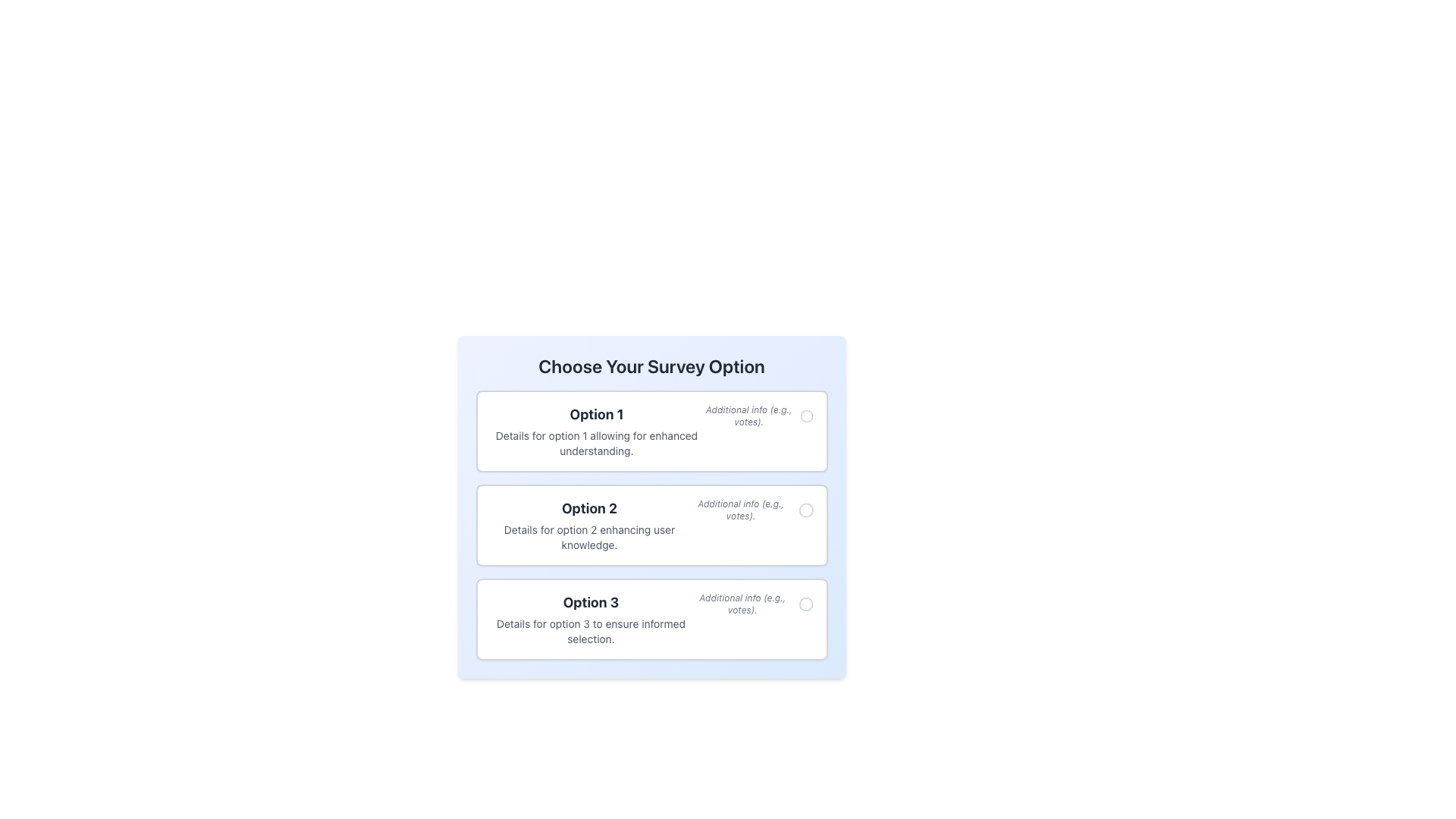 The image size is (1456, 819). I want to click on the static text label displaying 'Additional info (e.g., votes)' which is associated with Option 2 of the survey form, so click(741, 510).